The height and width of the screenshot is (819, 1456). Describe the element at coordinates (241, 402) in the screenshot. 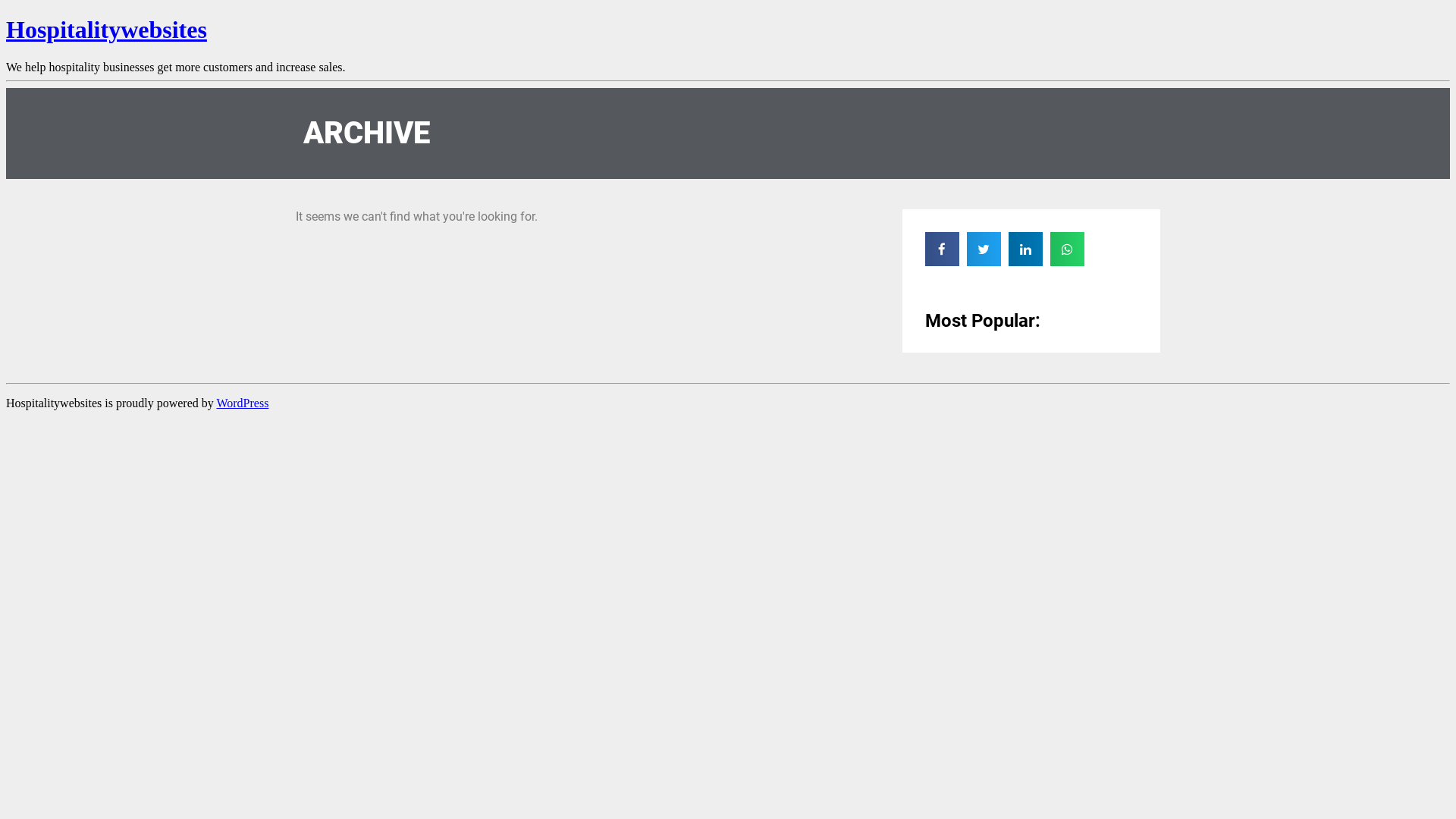

I see `'WordPress'` at that location.